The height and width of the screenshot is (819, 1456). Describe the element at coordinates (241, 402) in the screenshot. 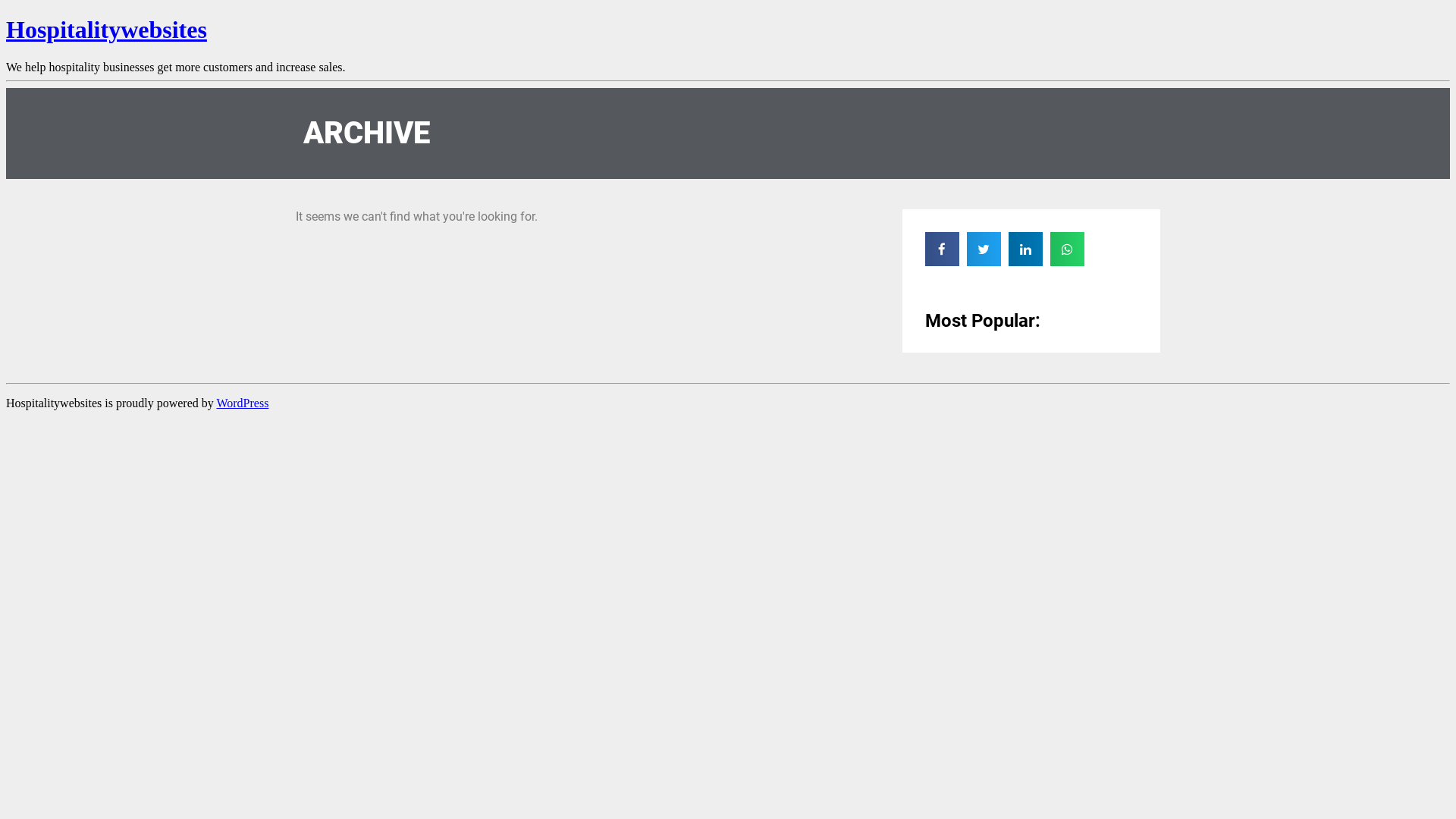

I see `'WordPress'` at that location.